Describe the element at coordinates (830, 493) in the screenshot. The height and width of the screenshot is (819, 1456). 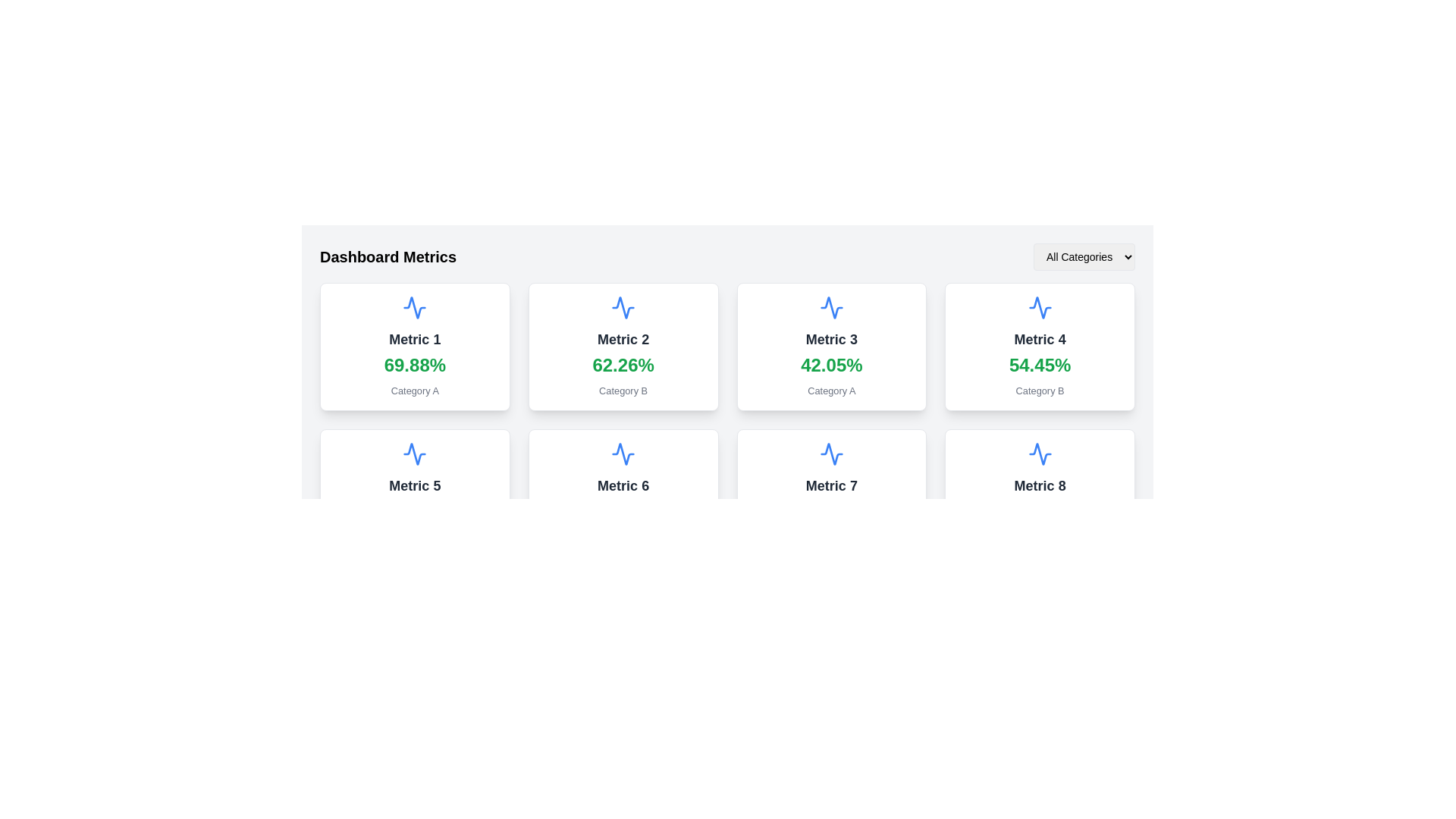
I see `the Card displaying 'Metric 7' with the value '50.06%' located in the second row, third column of the grid layout` at that location.